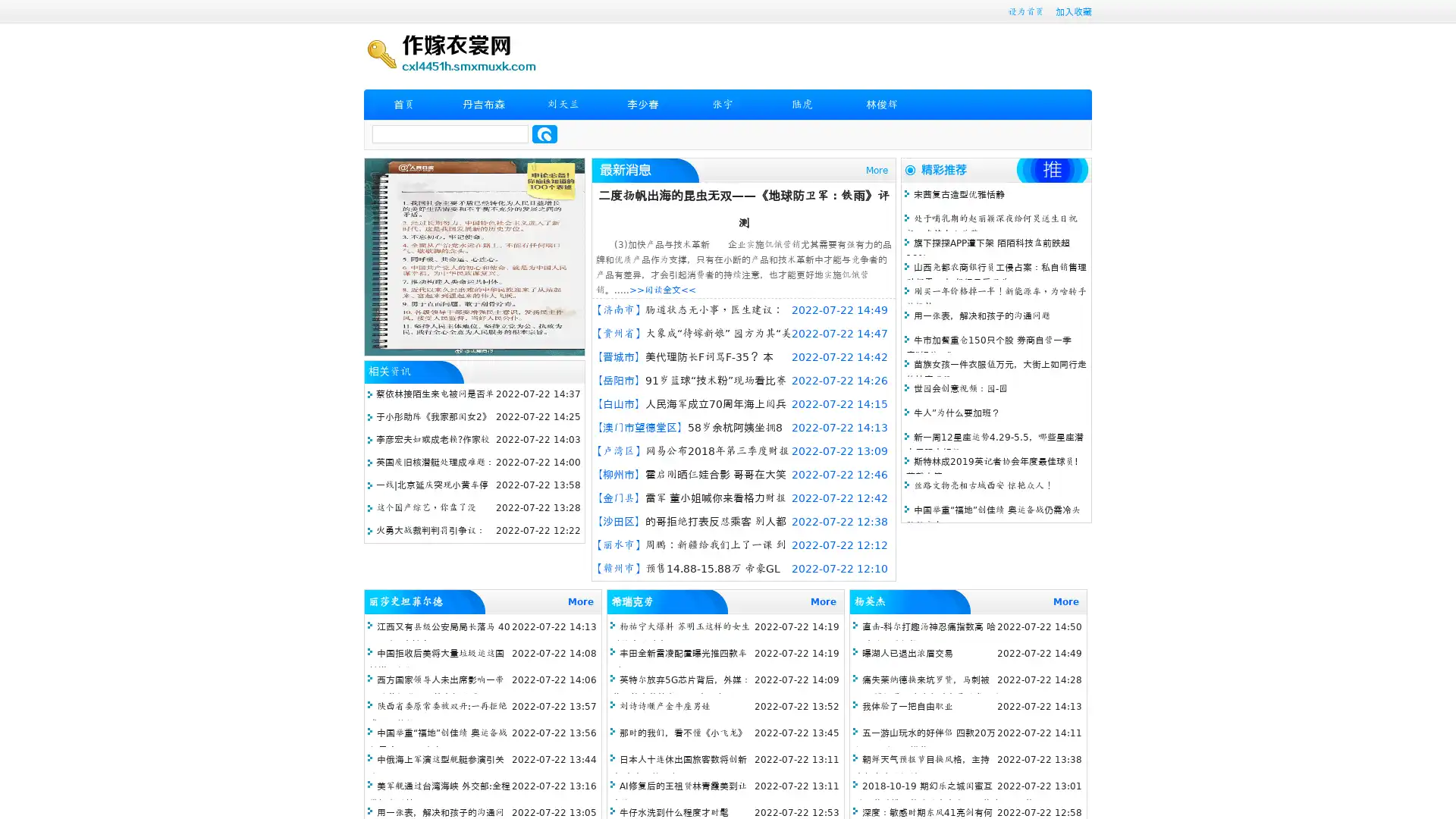  I want to click on Search, so click(544, 133).